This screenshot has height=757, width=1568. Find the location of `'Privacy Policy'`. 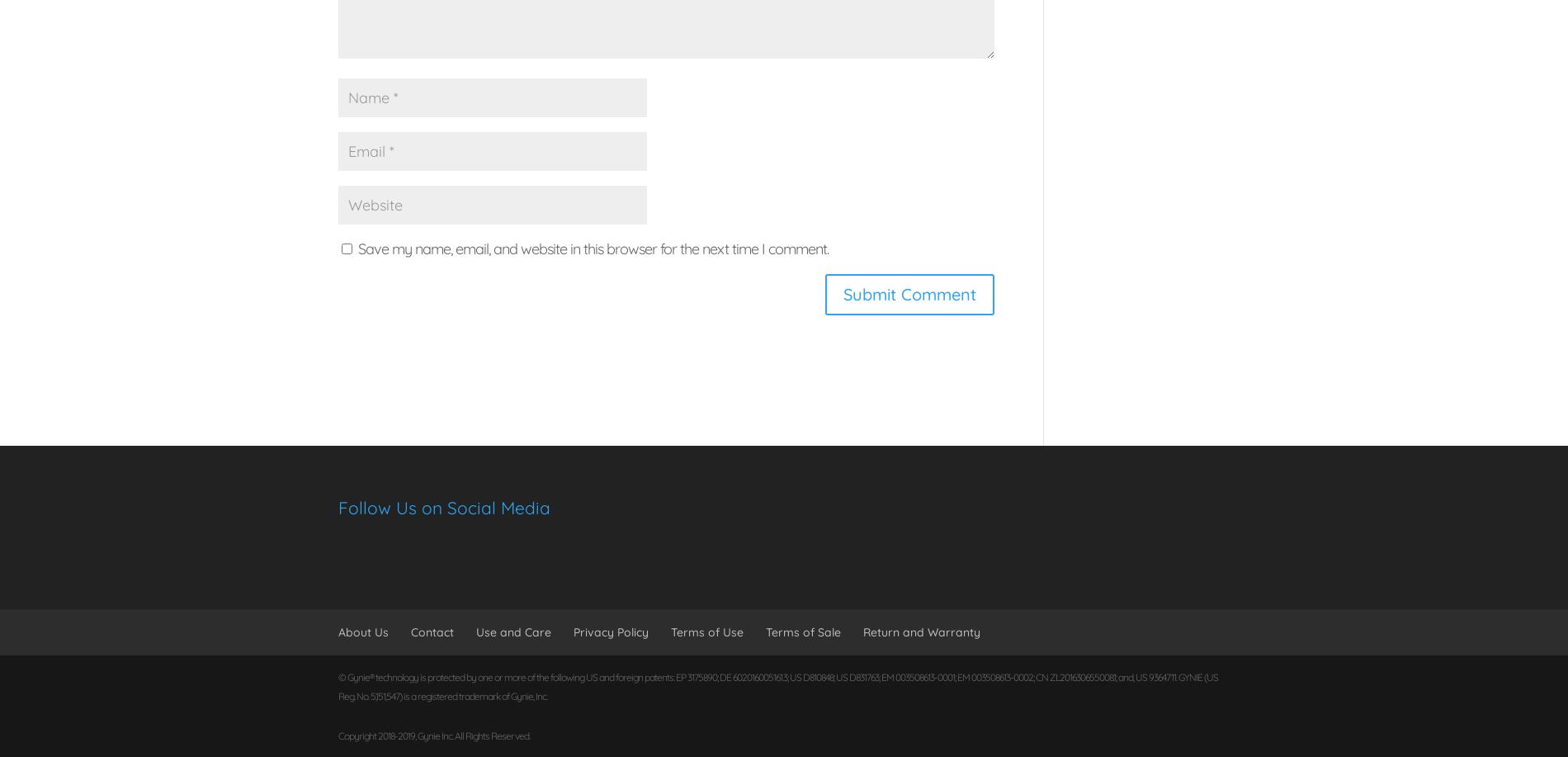

'Privacy Policy' is located at coordinates (574, 630).